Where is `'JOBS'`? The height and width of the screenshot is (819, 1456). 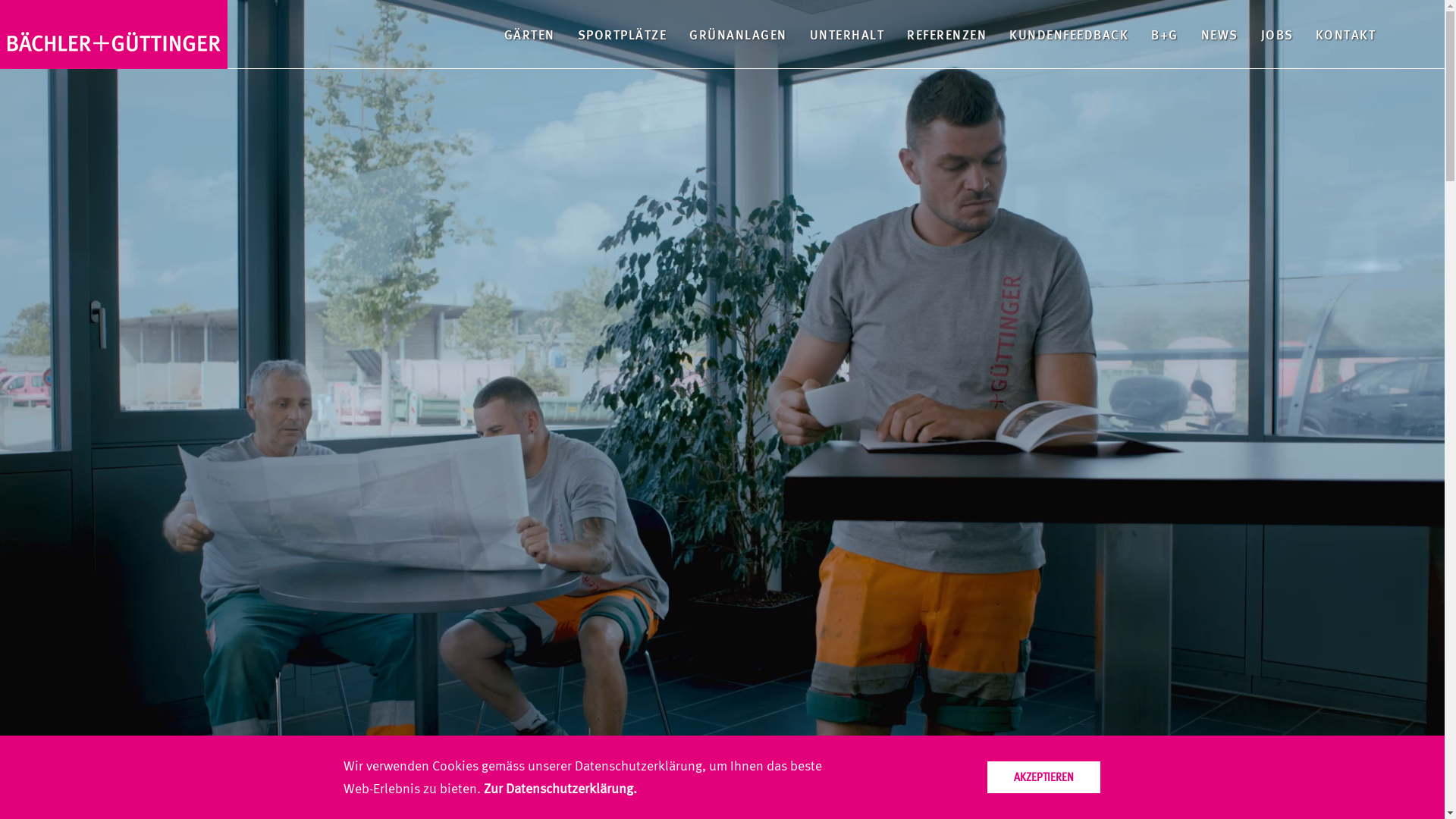 'JOBS' is located at coordinates (1276, 34).